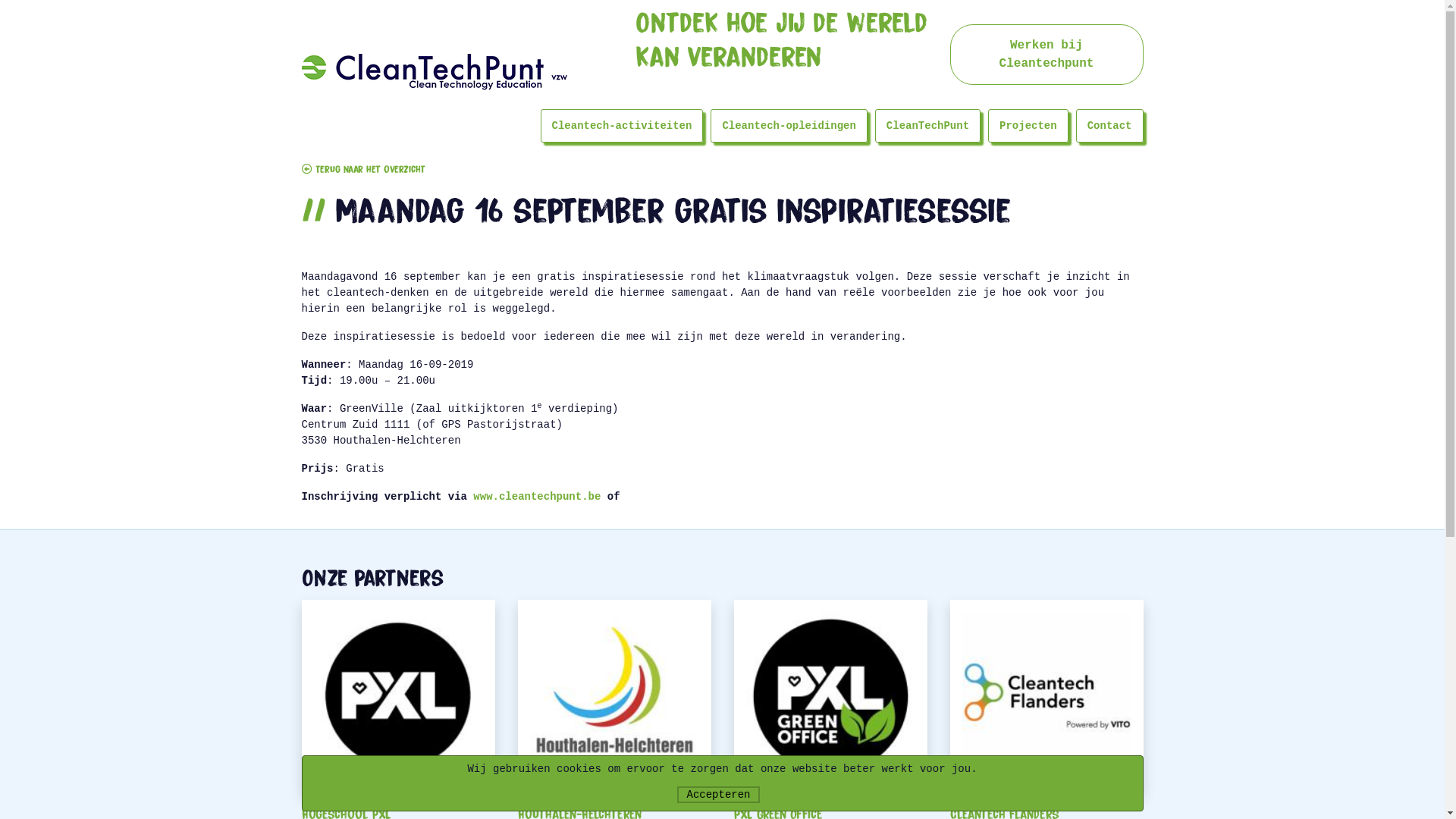  What do you see at coordinates (622, 124) in the screenshot?
I see `'Cleantech-activiteiten'` at bounding box center [622, 124].